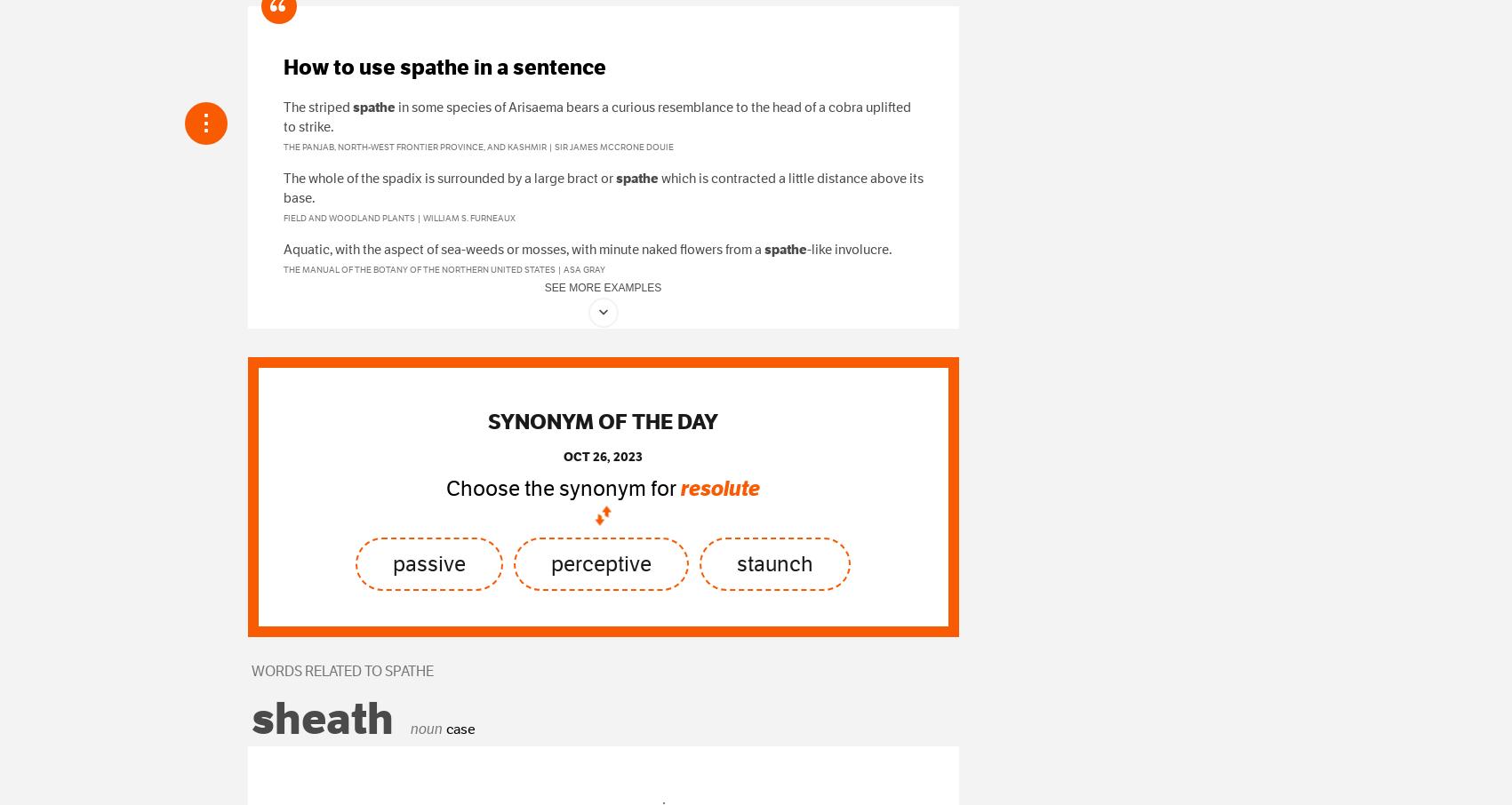 Image resolution: width=1512 pixels, height=805 pixels. I want to click on 'resolute', so click(720, 488).